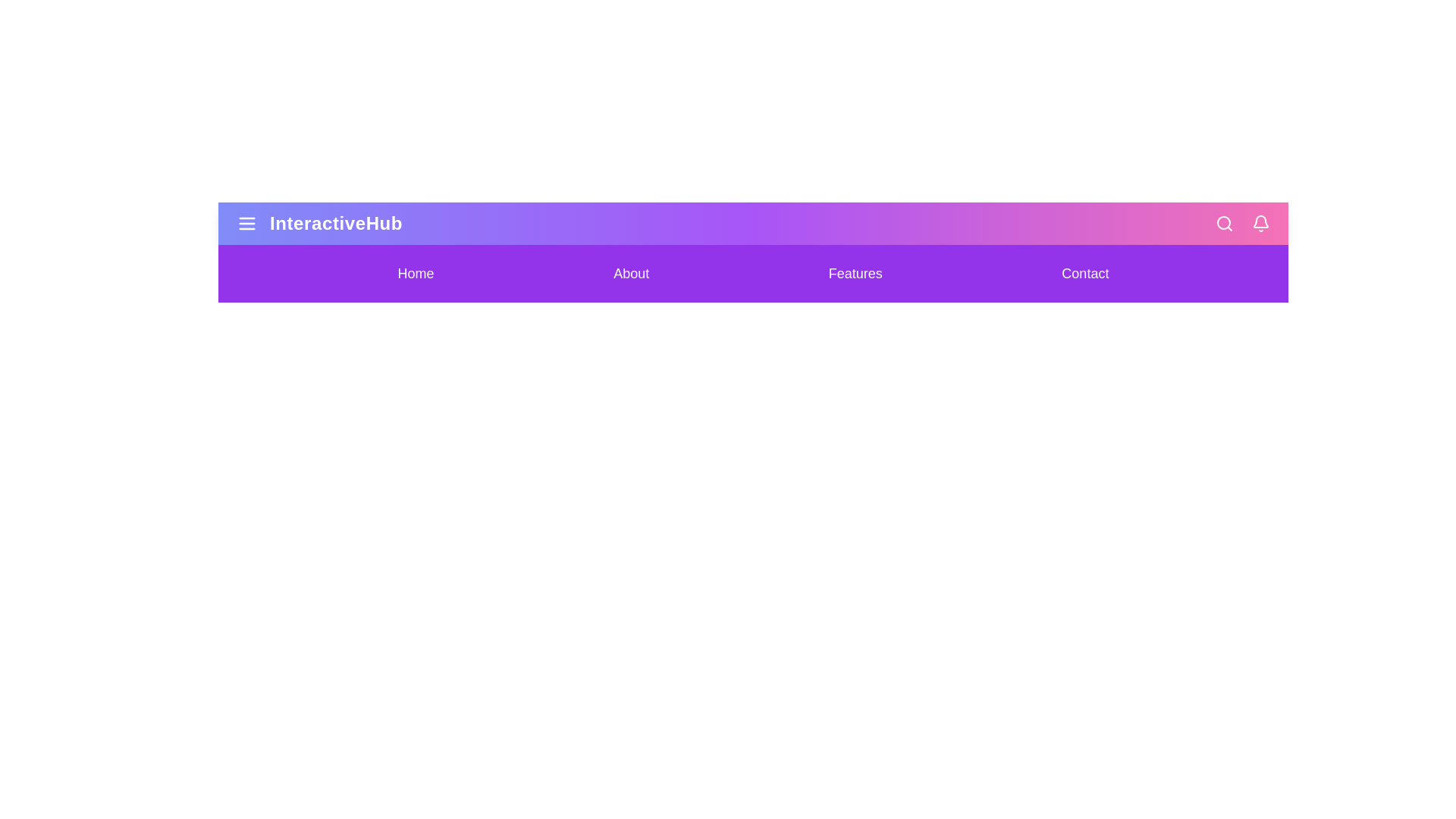 The height and width of the screenshot is (819, 1456). Describe the element at coordinates (1224, 223) in the screenshot. I see `the search icon to initiate a search action` at that location.